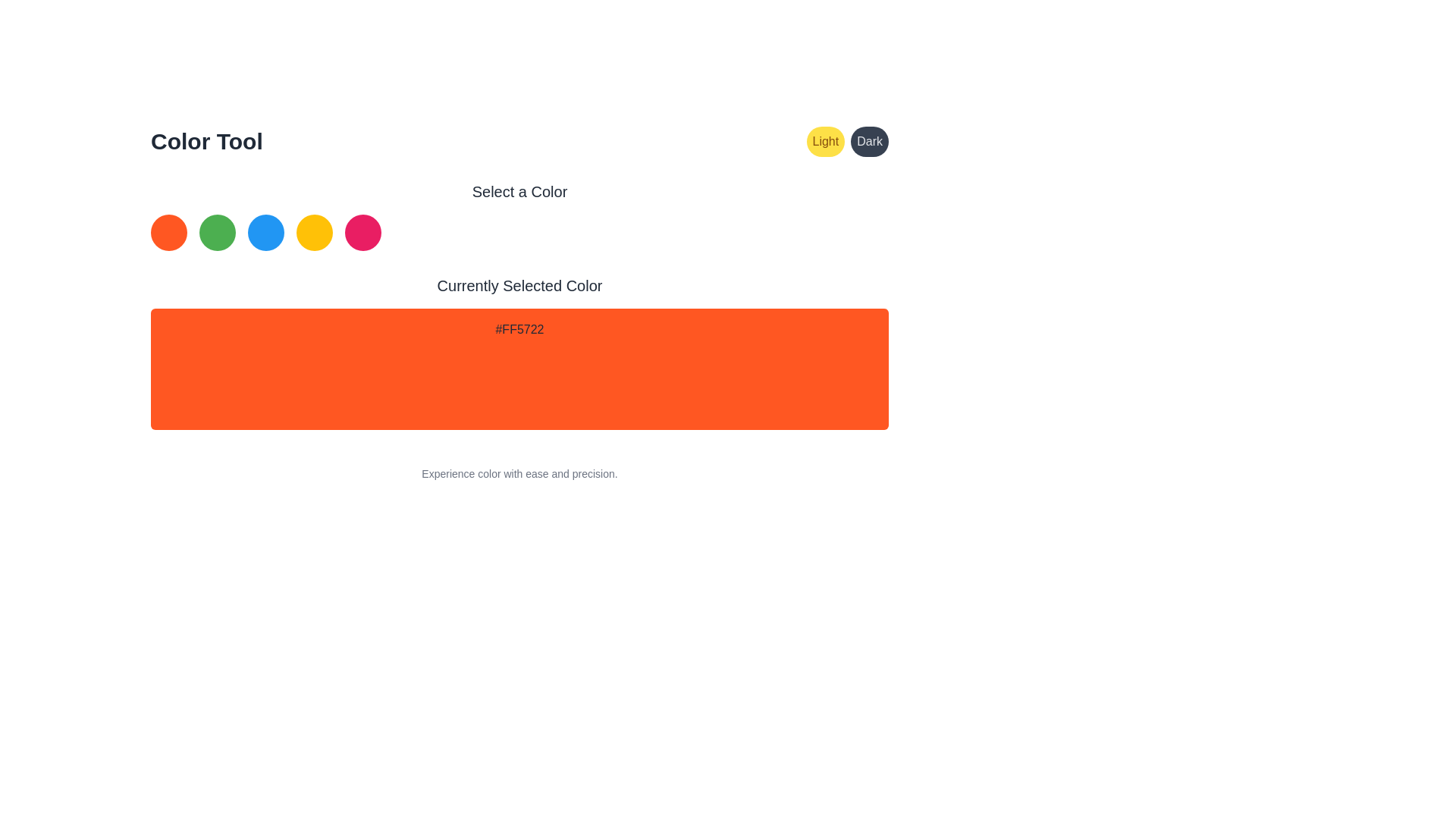  Describe the element at coordinates (168, 233) in the screenshot. I see `the first circular button in the row of color selection buttons` at that location.